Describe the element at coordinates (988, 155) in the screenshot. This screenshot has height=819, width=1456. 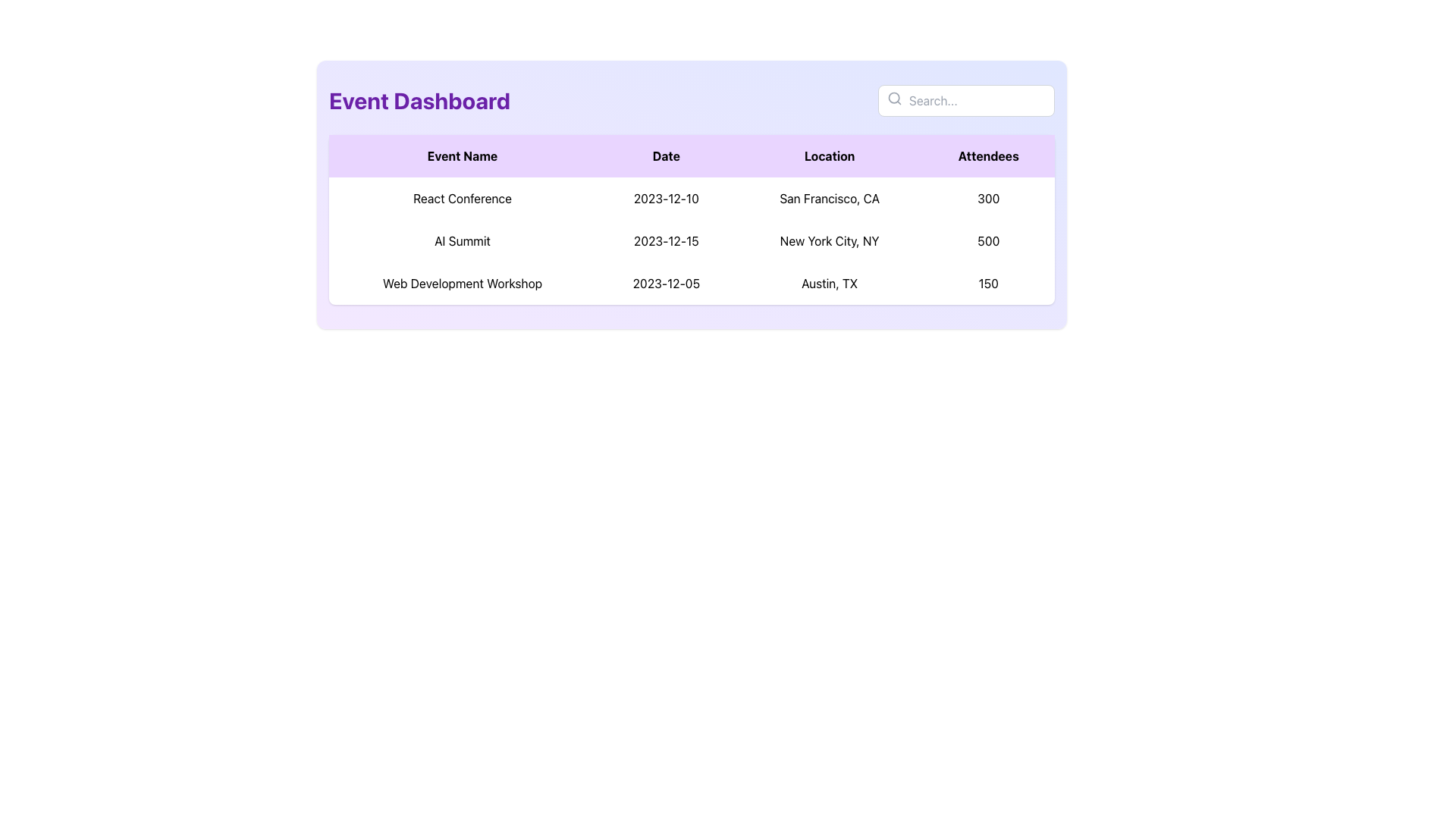
I see `the Table Header Cell labeled 'Attendees', which is styled with a violet background and bold black text, located in the fourth cell of the header row` at that location.